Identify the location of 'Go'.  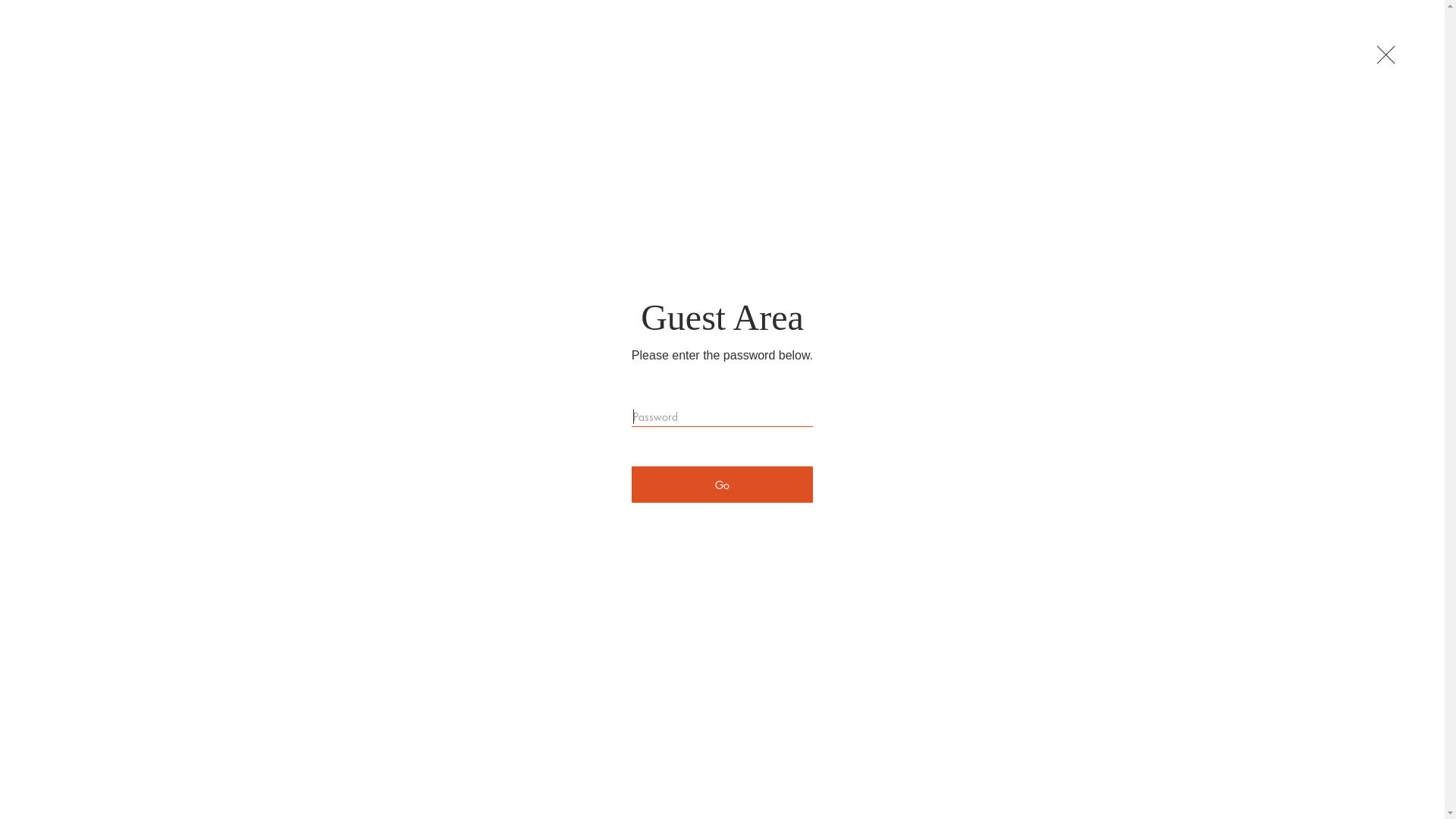
(632, 485).